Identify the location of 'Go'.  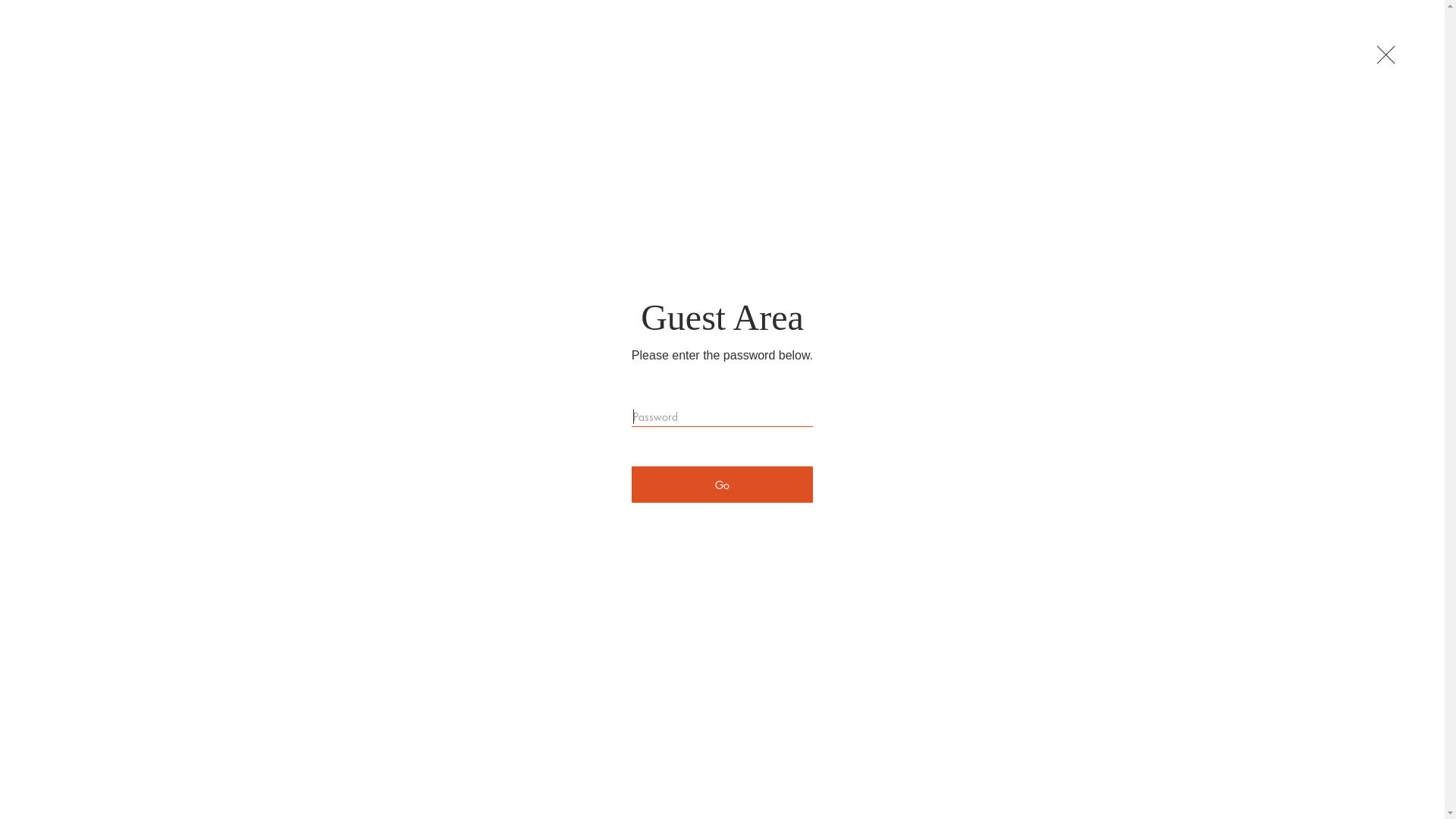
(632, 485).